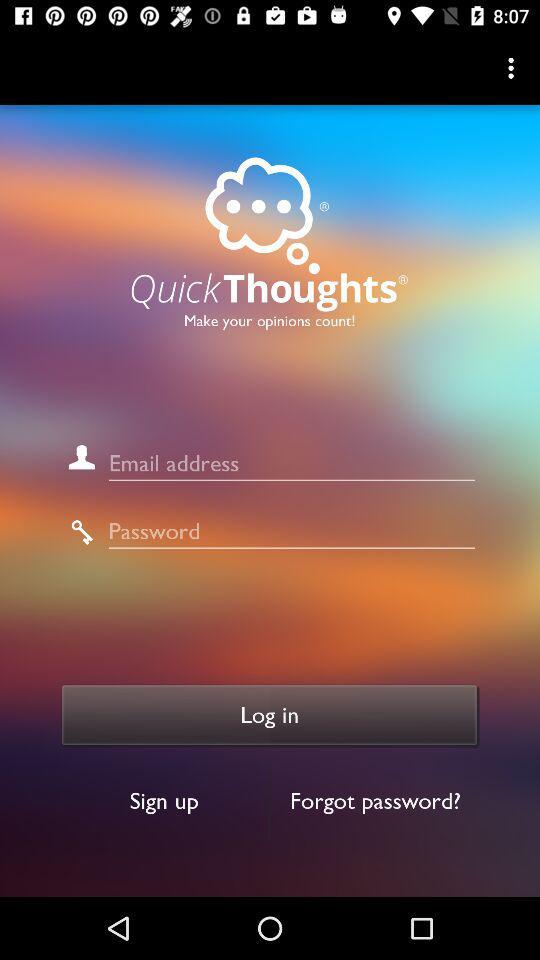 The image size is (540, 960). I want to click on item below log in icon, so click(163, 801).